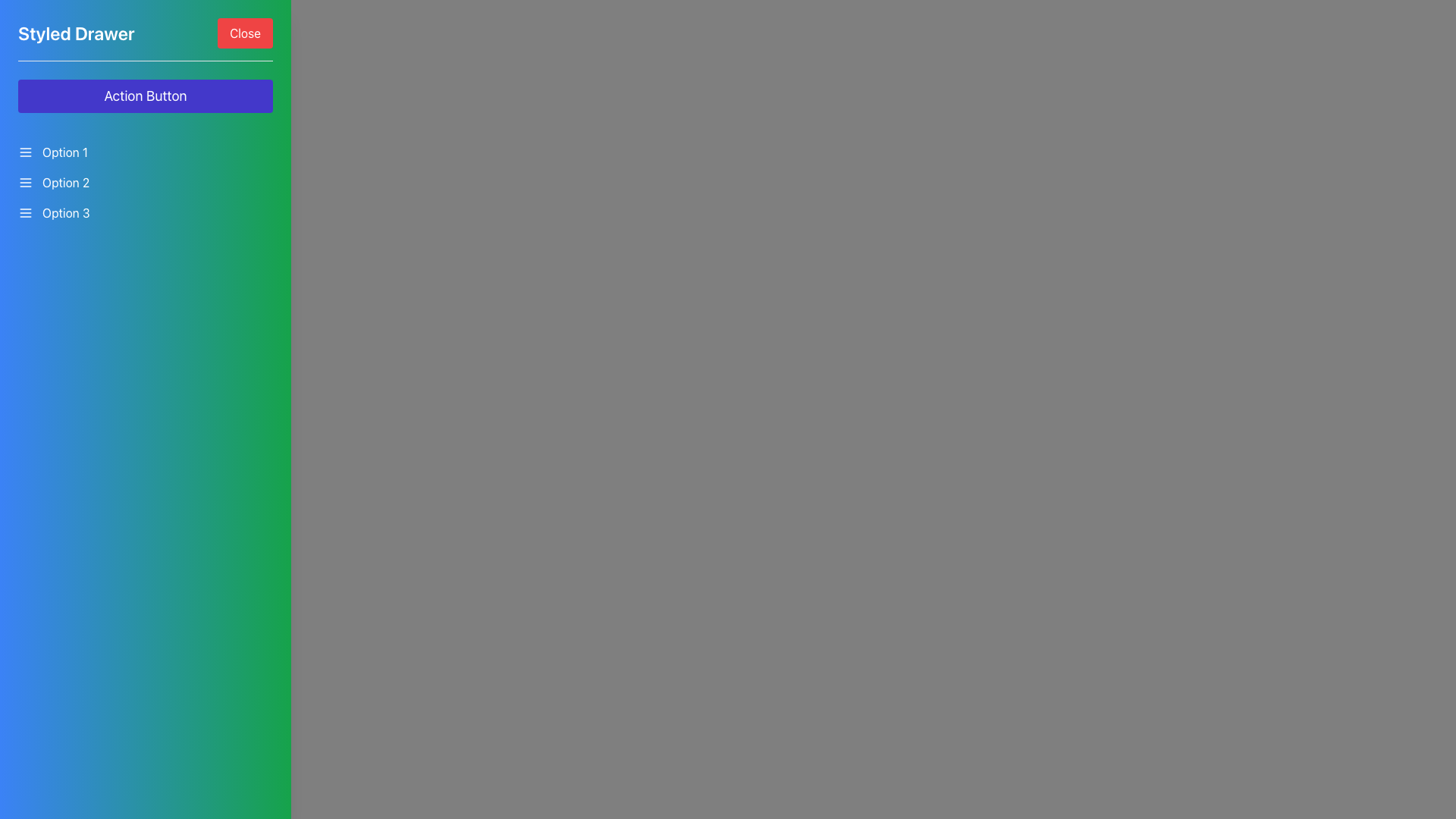 This screenshot has height=819, width=1456. Describe the element at coordinates (146, 152) in the screenshot. I see `the first selectable option in the menu or list, labeled 'Option 1', located beneath the purple action button` at that location.